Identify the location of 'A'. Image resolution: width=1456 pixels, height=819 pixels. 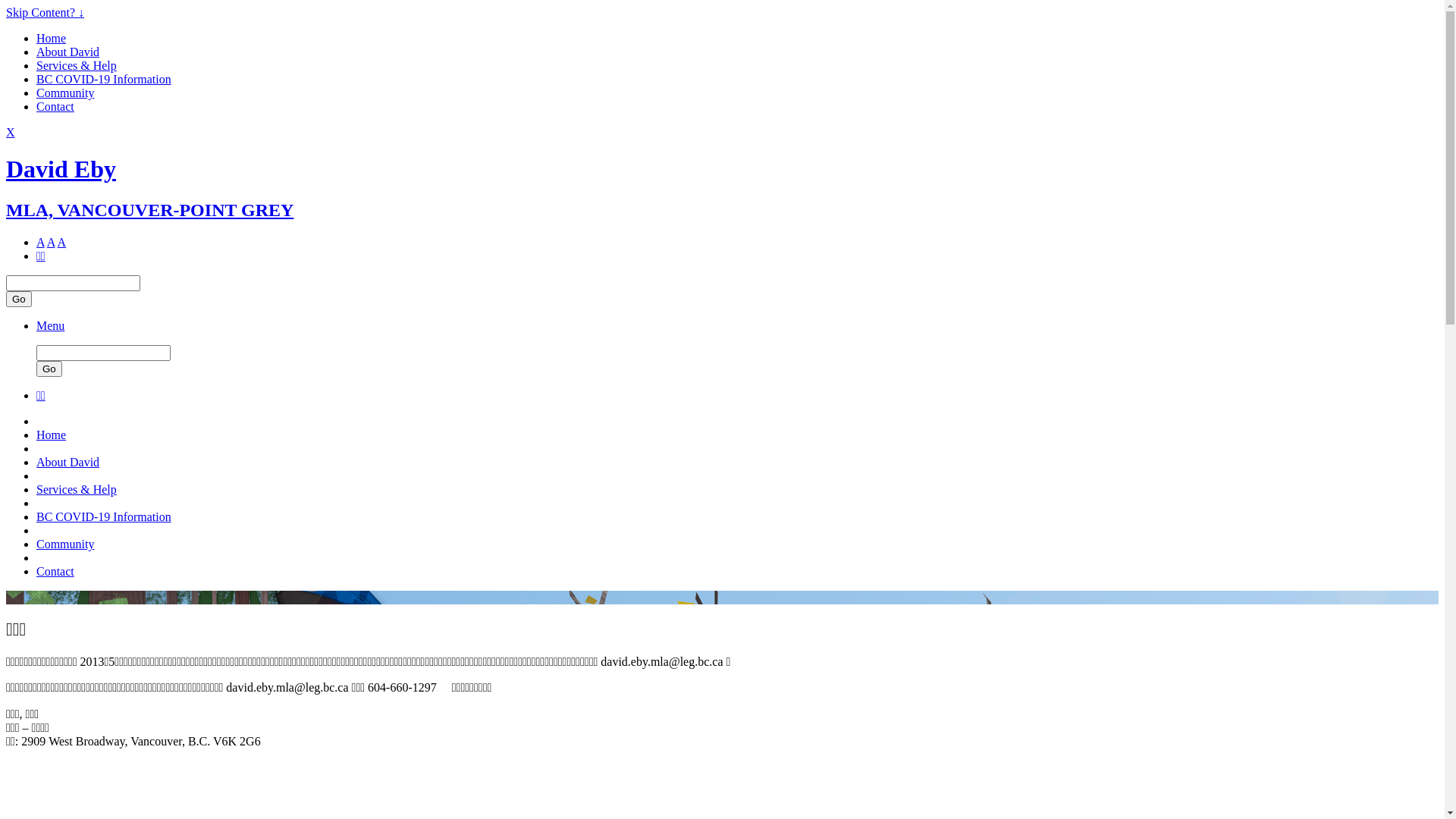
(36, 241).